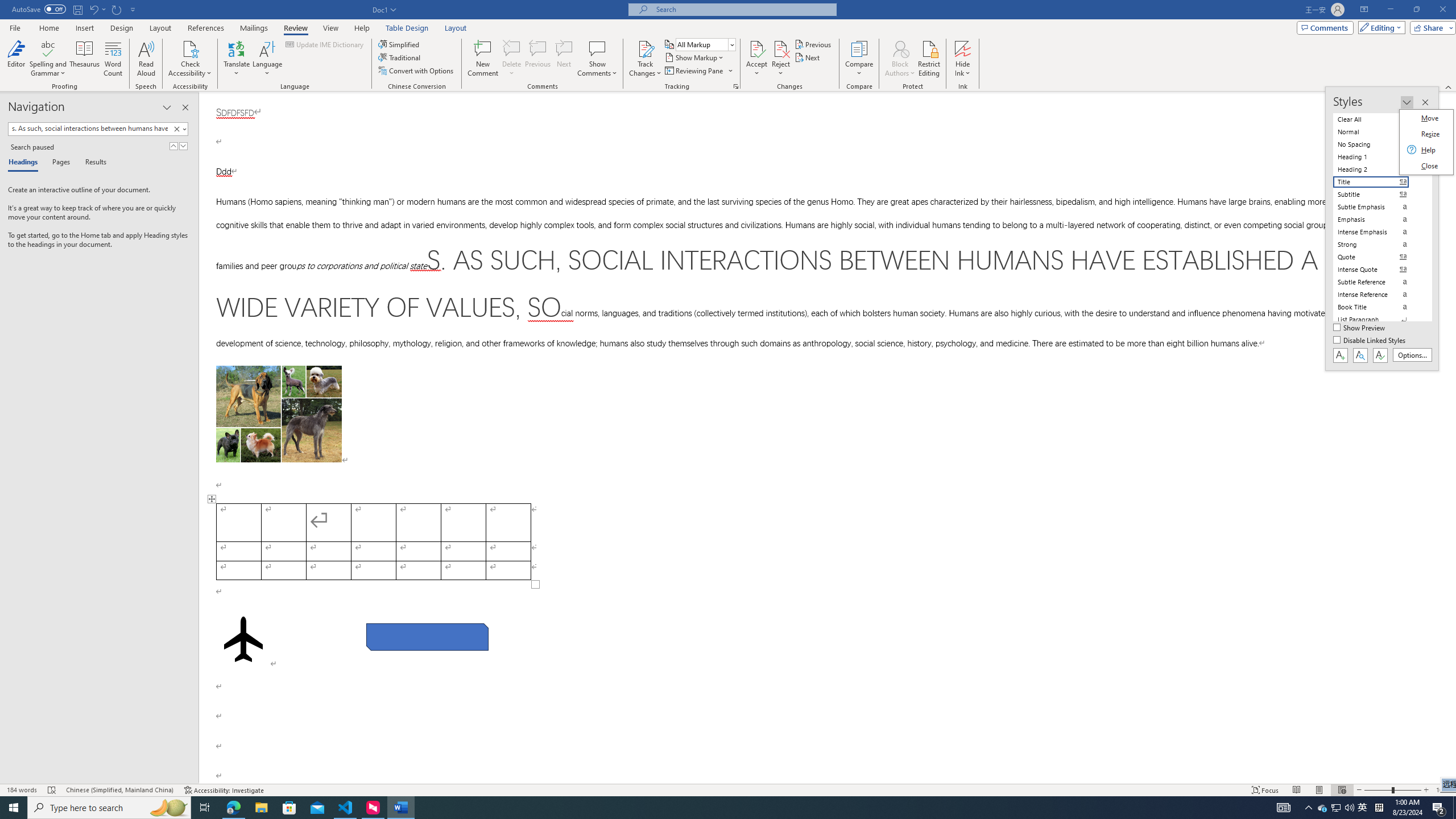  Describe the element at coordinates (809, 56) in the screenshot. I see `'Next'` at that location.